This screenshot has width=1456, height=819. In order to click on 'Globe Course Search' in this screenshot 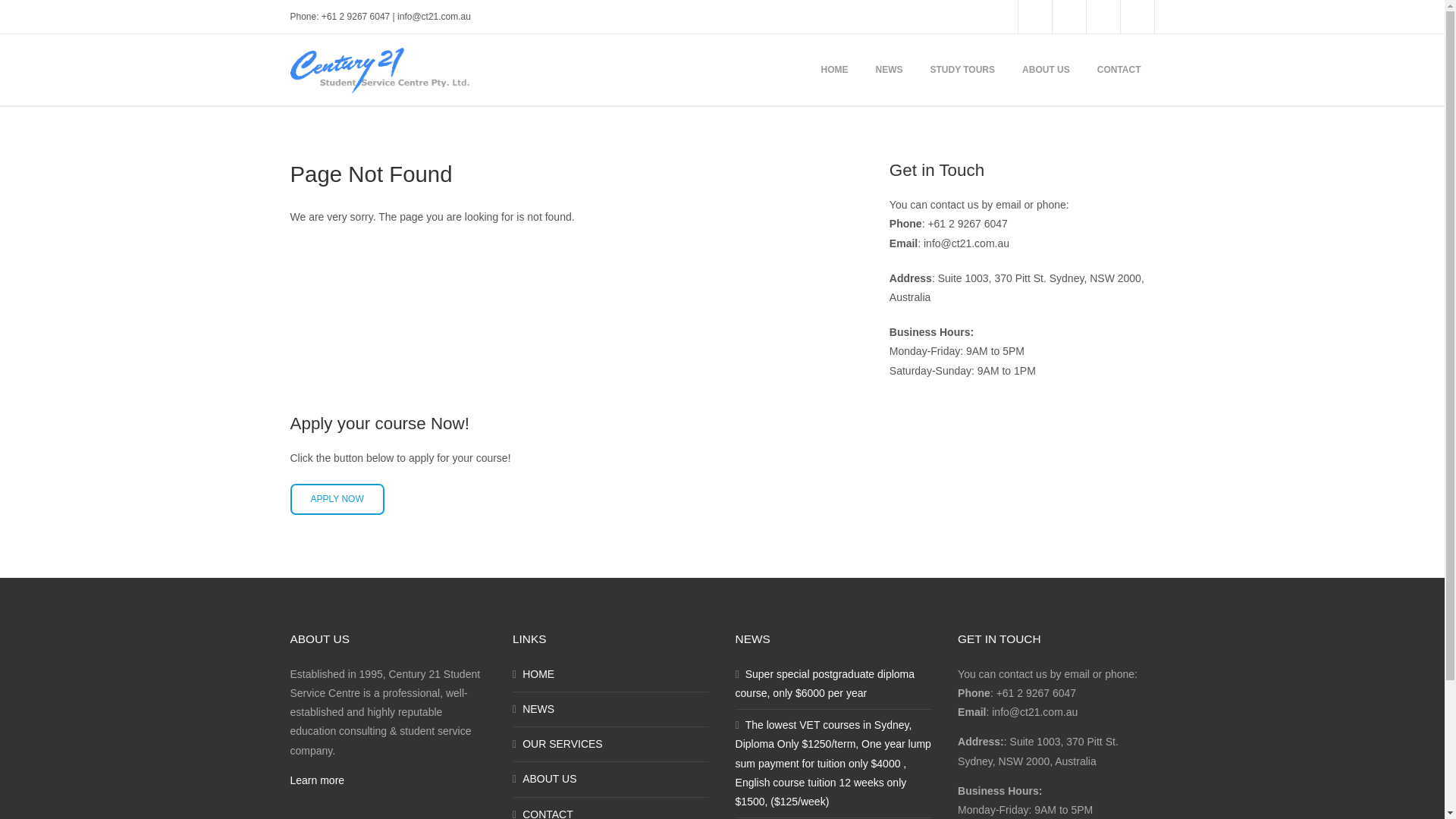, I will do `click(1033, 17)`.